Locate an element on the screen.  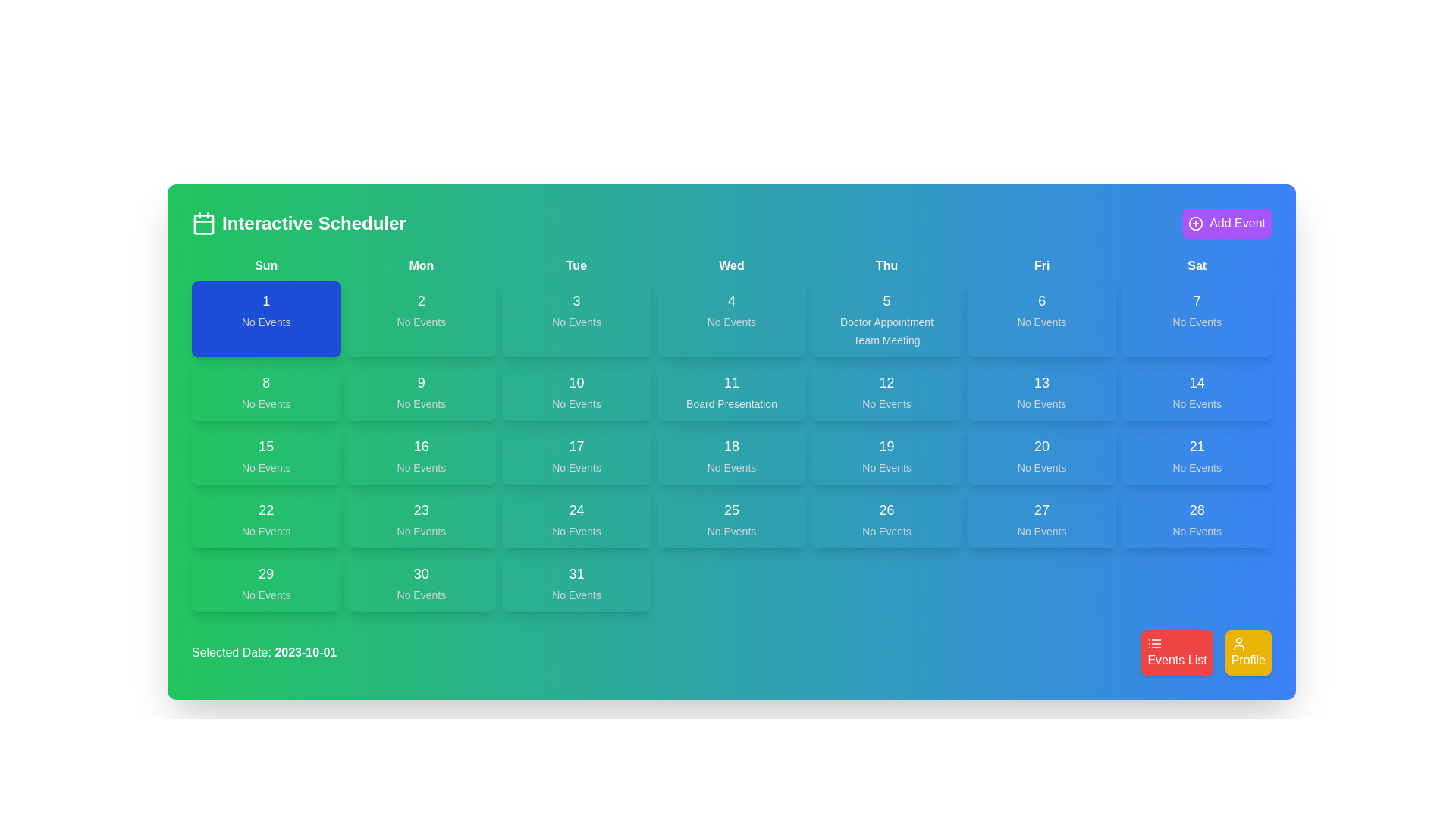
the text displaying the number '11' in the calendar grid, located in the fourth column and third row, styled with large bold font and centered alignment is located at coordinates (731, 382).